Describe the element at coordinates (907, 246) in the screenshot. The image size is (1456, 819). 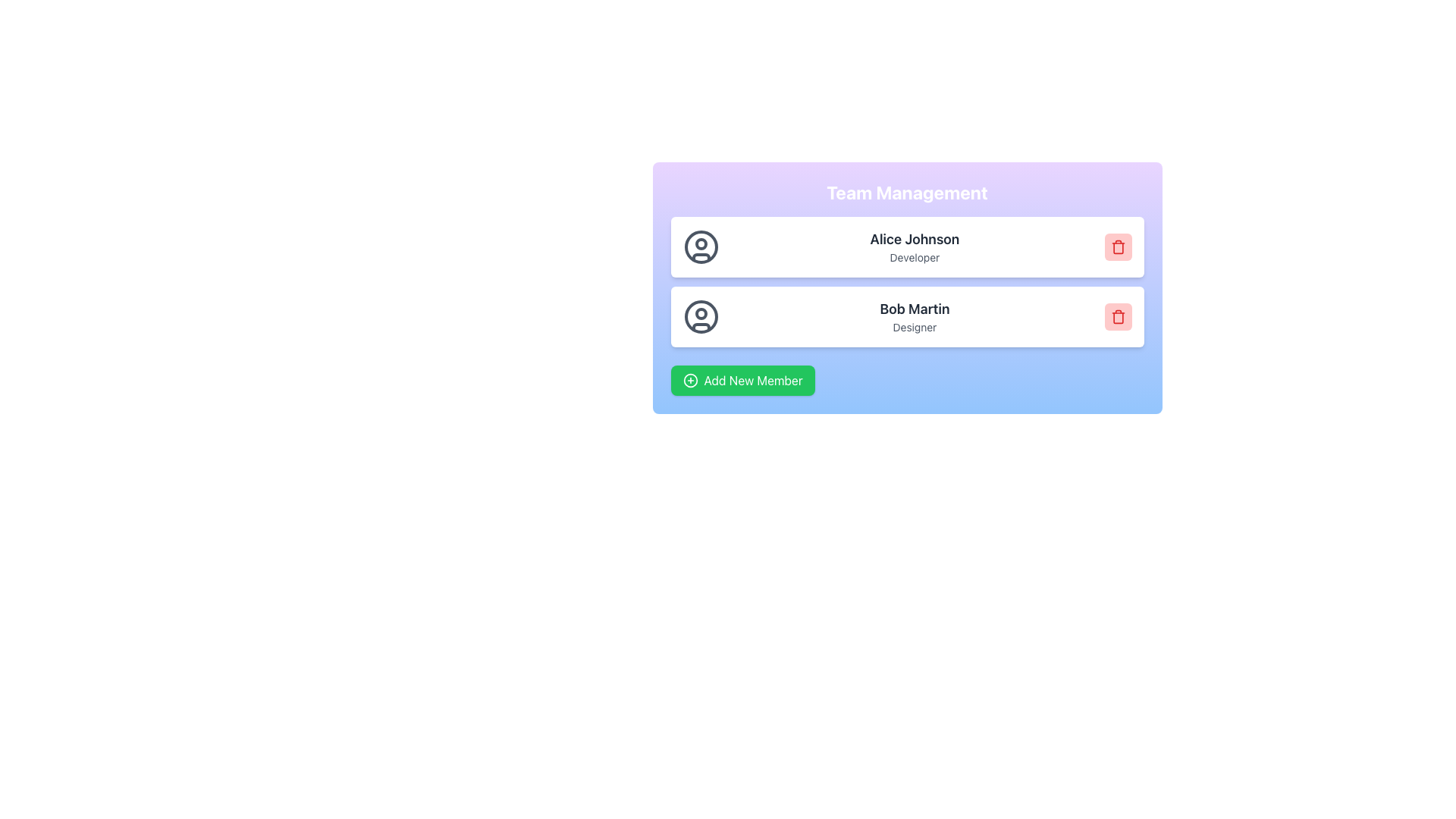
I see `the name or designation of the team member represented in the Profile card within the 'Team Management' interface for more details` at that location.